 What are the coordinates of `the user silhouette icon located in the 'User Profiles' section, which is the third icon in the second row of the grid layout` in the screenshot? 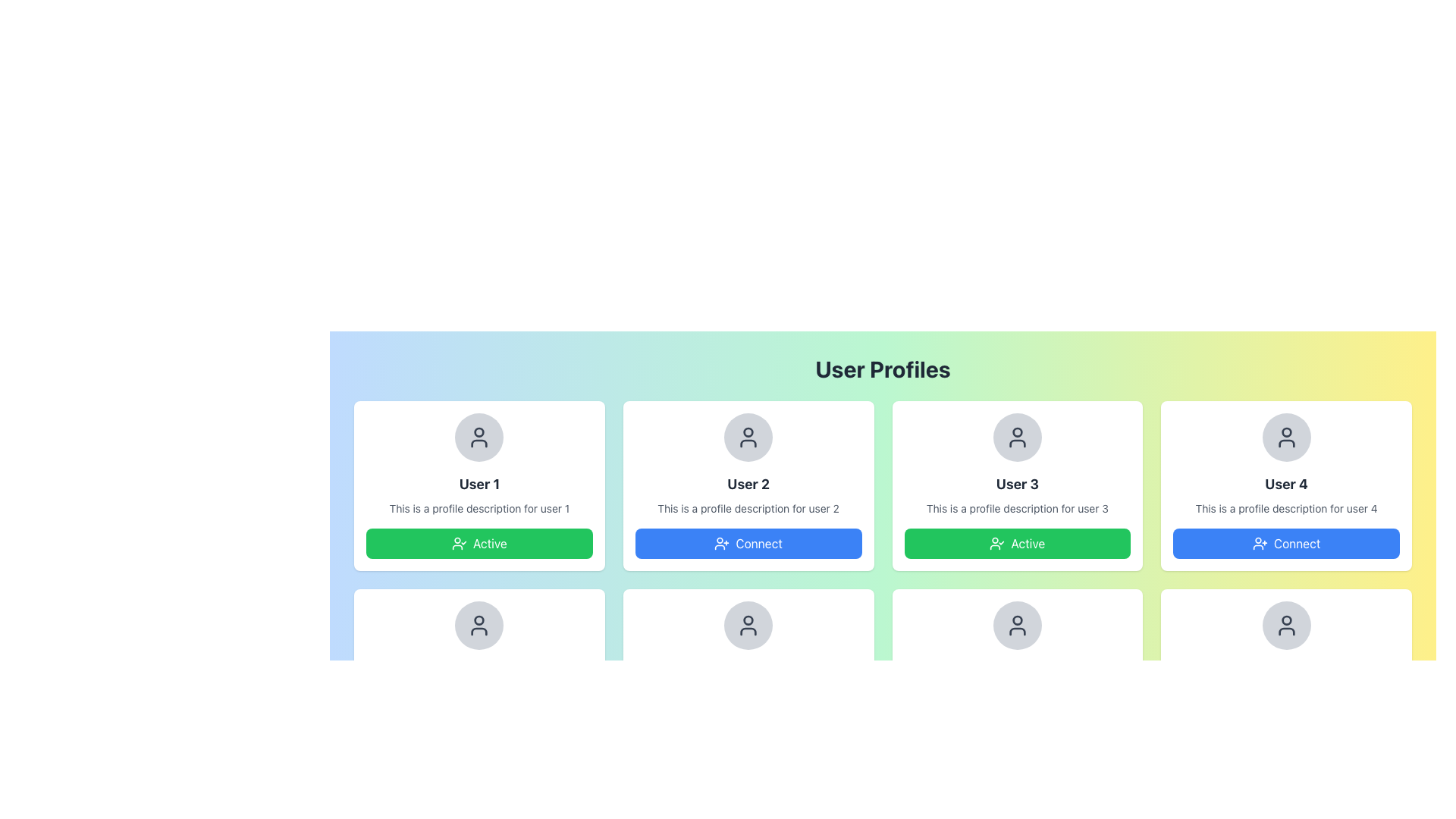 It's located at (1017, 626).